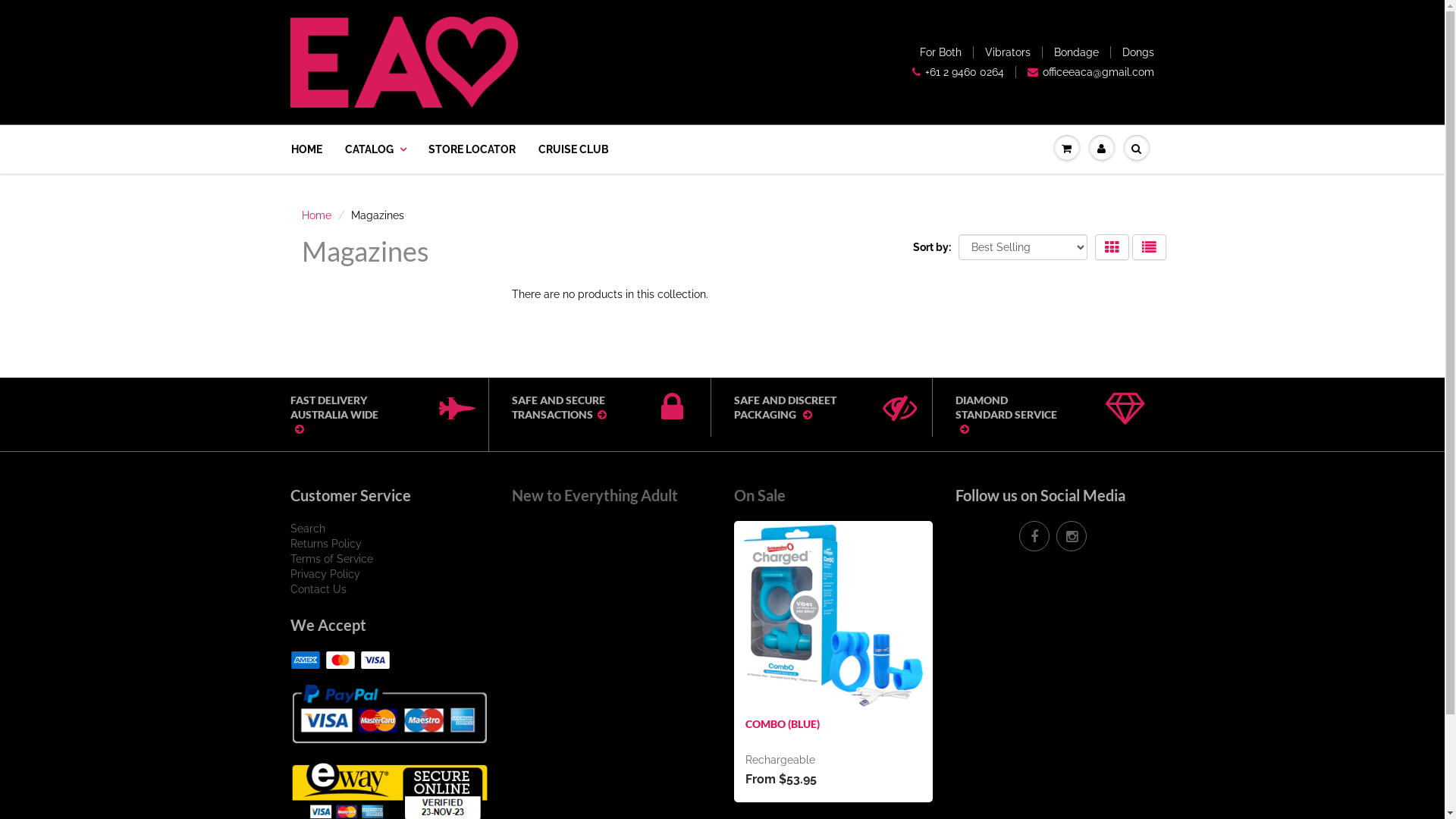 Image resolution: width=1456 pixels, height=819 pixels. Describe the element at coordinates (734, 406) in the screenshot. I see `'SAFE AND DISCREET PACKAGING'` at that location.